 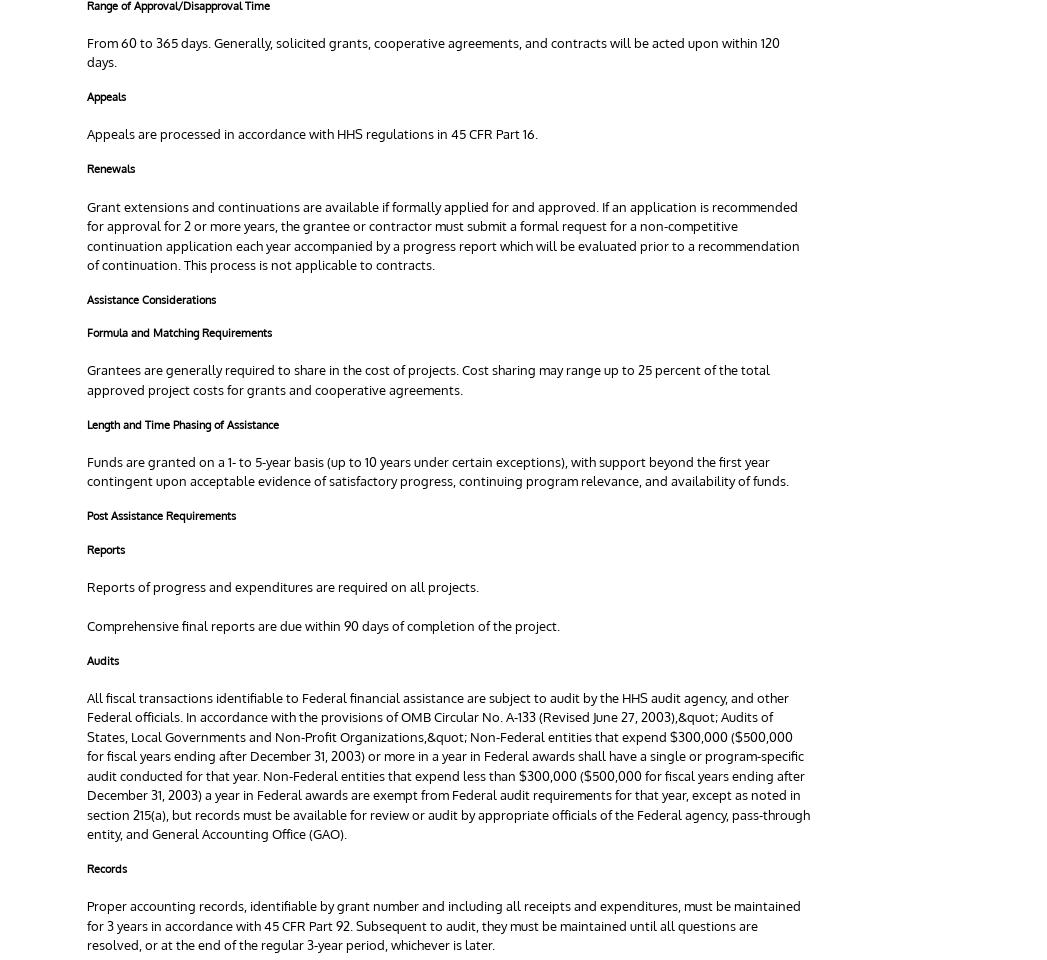 I want to click on 'Length and Time Phasing of Assistance', so click(x=183, y=424).